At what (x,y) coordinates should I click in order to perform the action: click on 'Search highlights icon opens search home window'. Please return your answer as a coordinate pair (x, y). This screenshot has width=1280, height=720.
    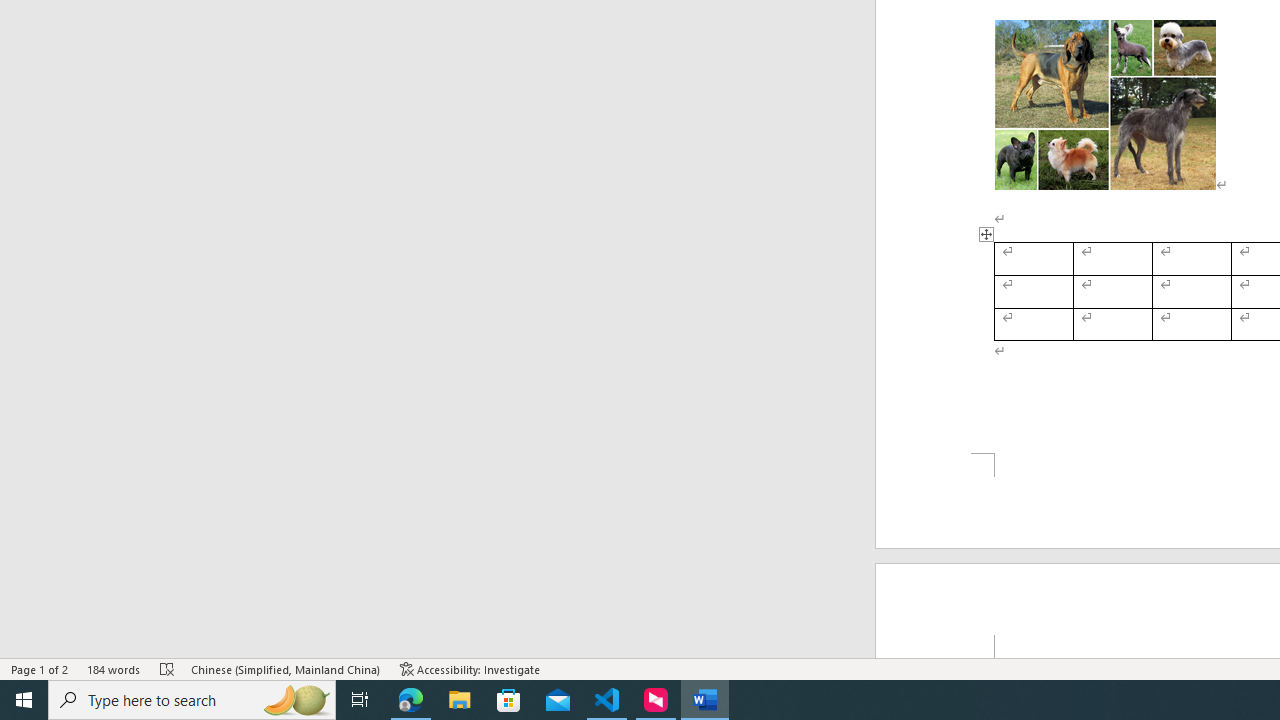
    Looking at the image, I should click on (294, 698).